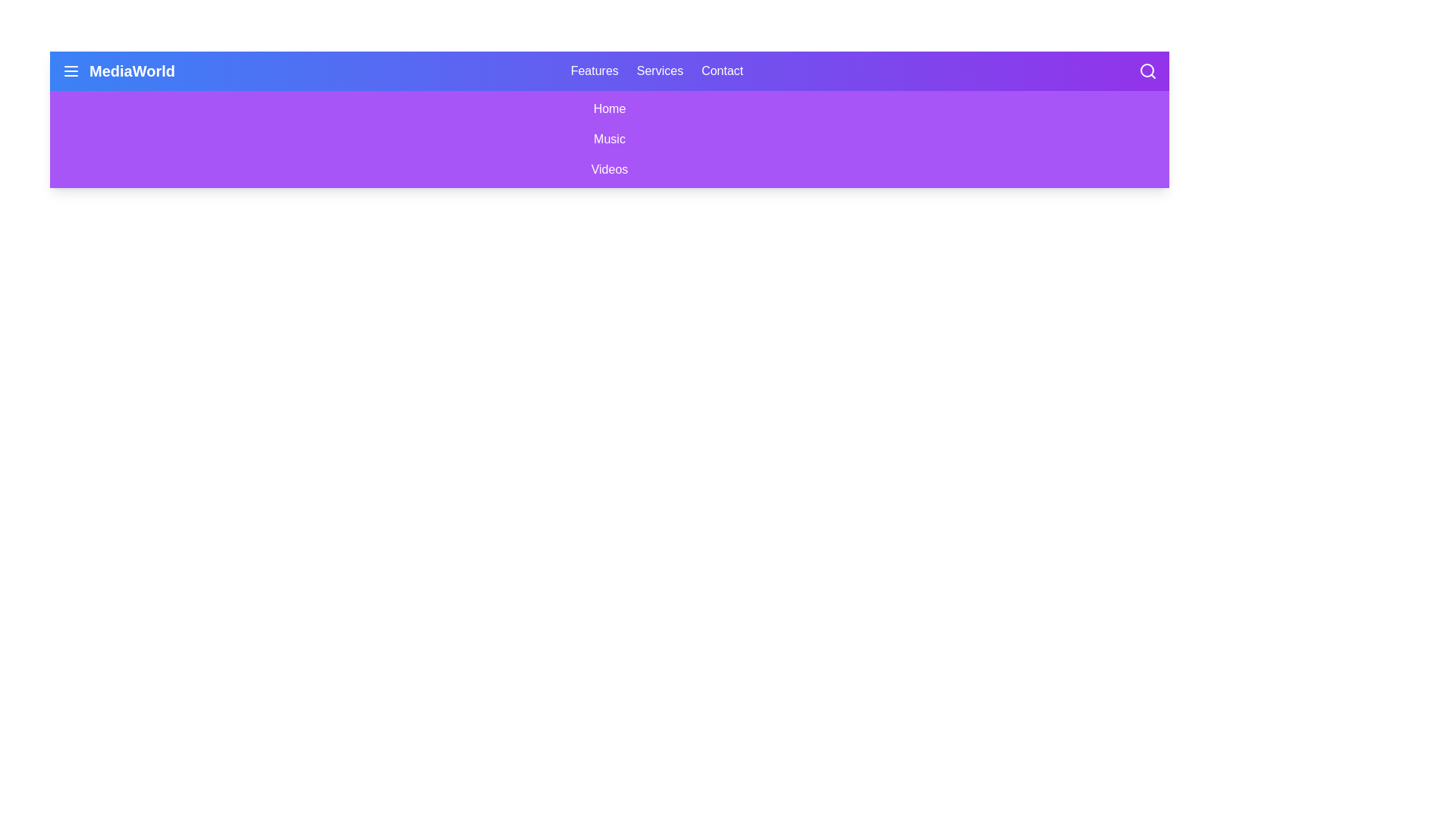 The height and width of the screenshot is (819, 1456). I want to click on the magnifying glass icon located at the far right of the navigation bar, so click(1147, 71).